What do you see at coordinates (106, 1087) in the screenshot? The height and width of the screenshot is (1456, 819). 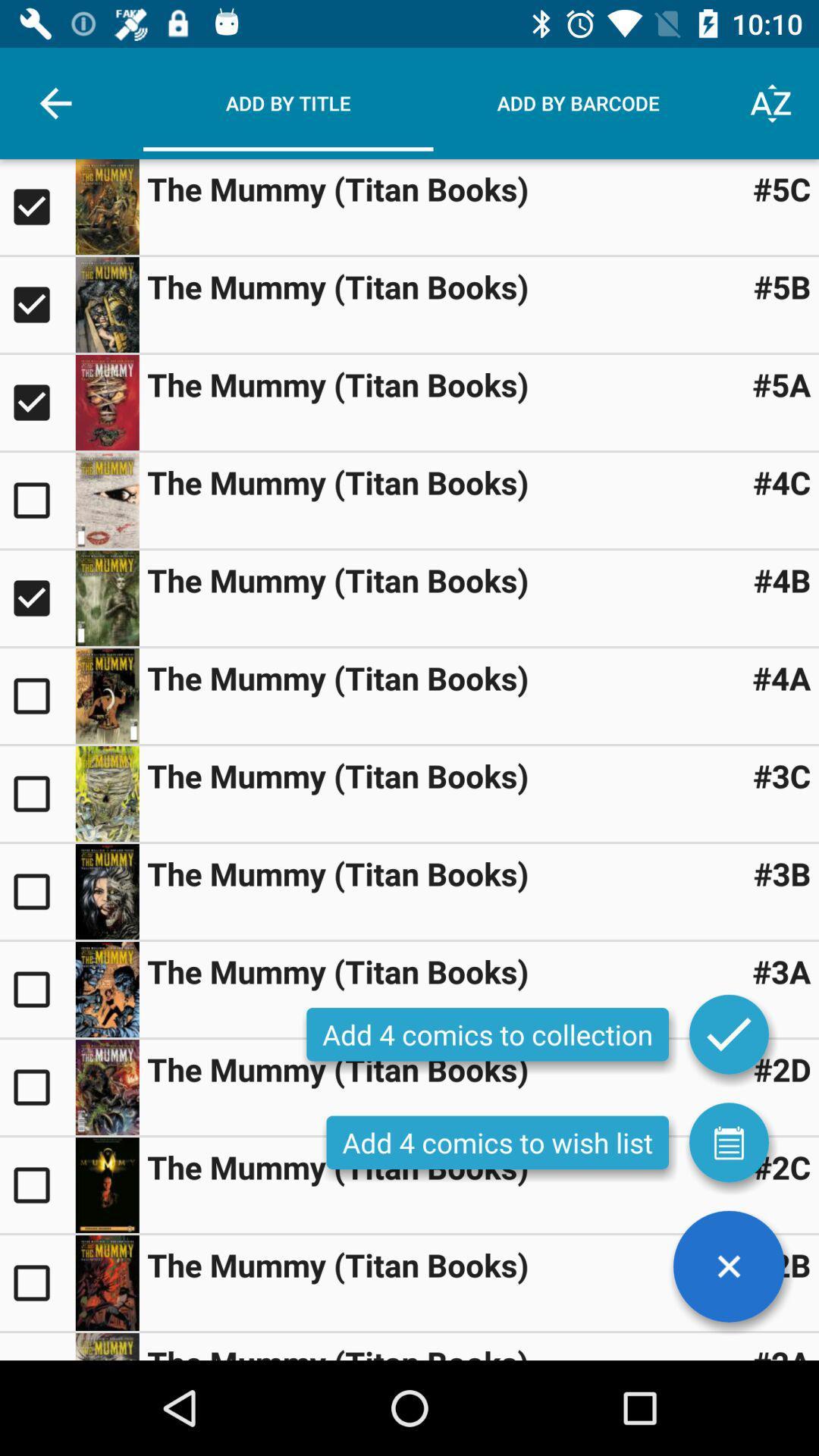 I see `the book` at bounding box center [106, 1087].